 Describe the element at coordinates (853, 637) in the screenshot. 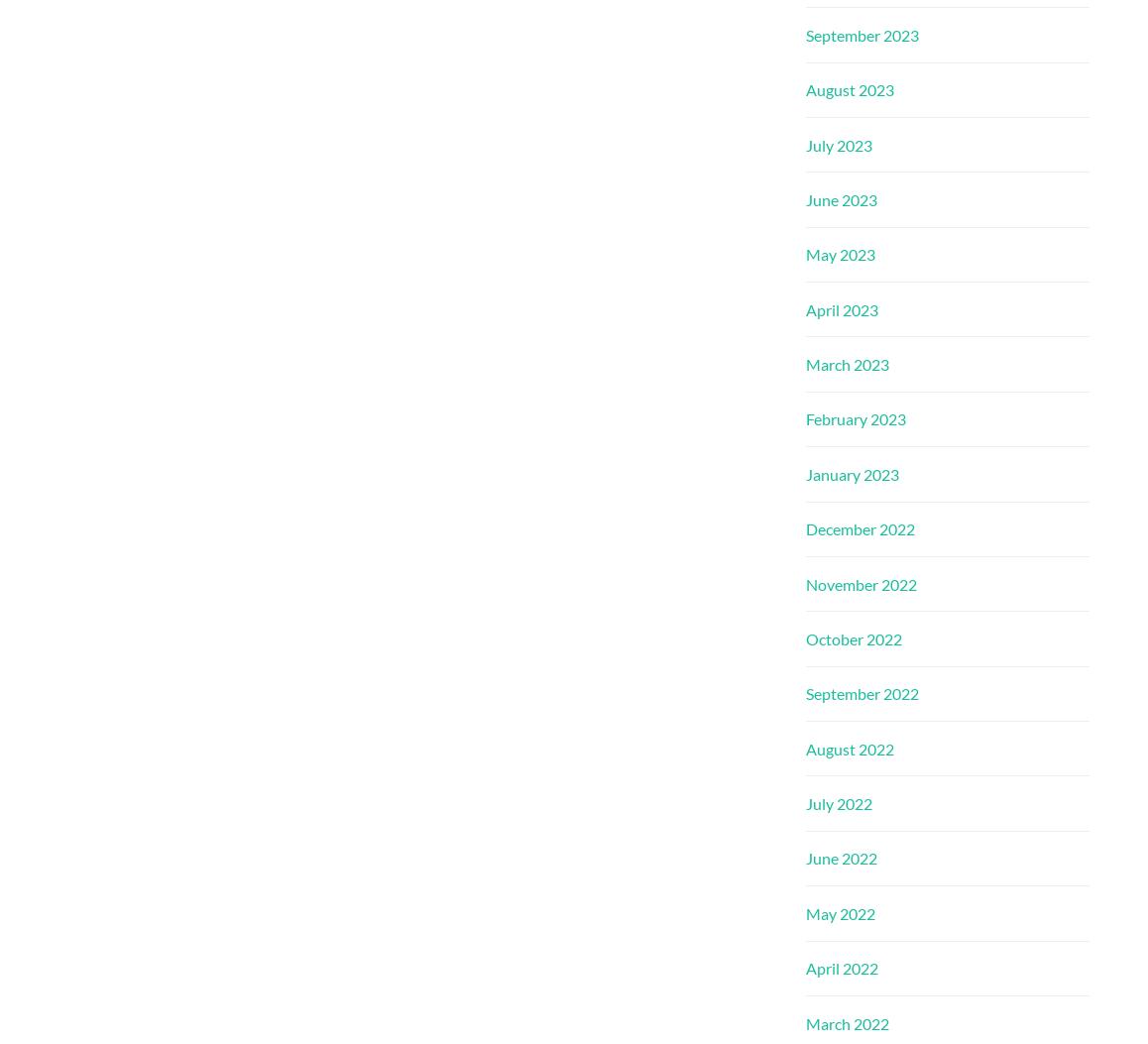

I see `'October 2022'` at that location.